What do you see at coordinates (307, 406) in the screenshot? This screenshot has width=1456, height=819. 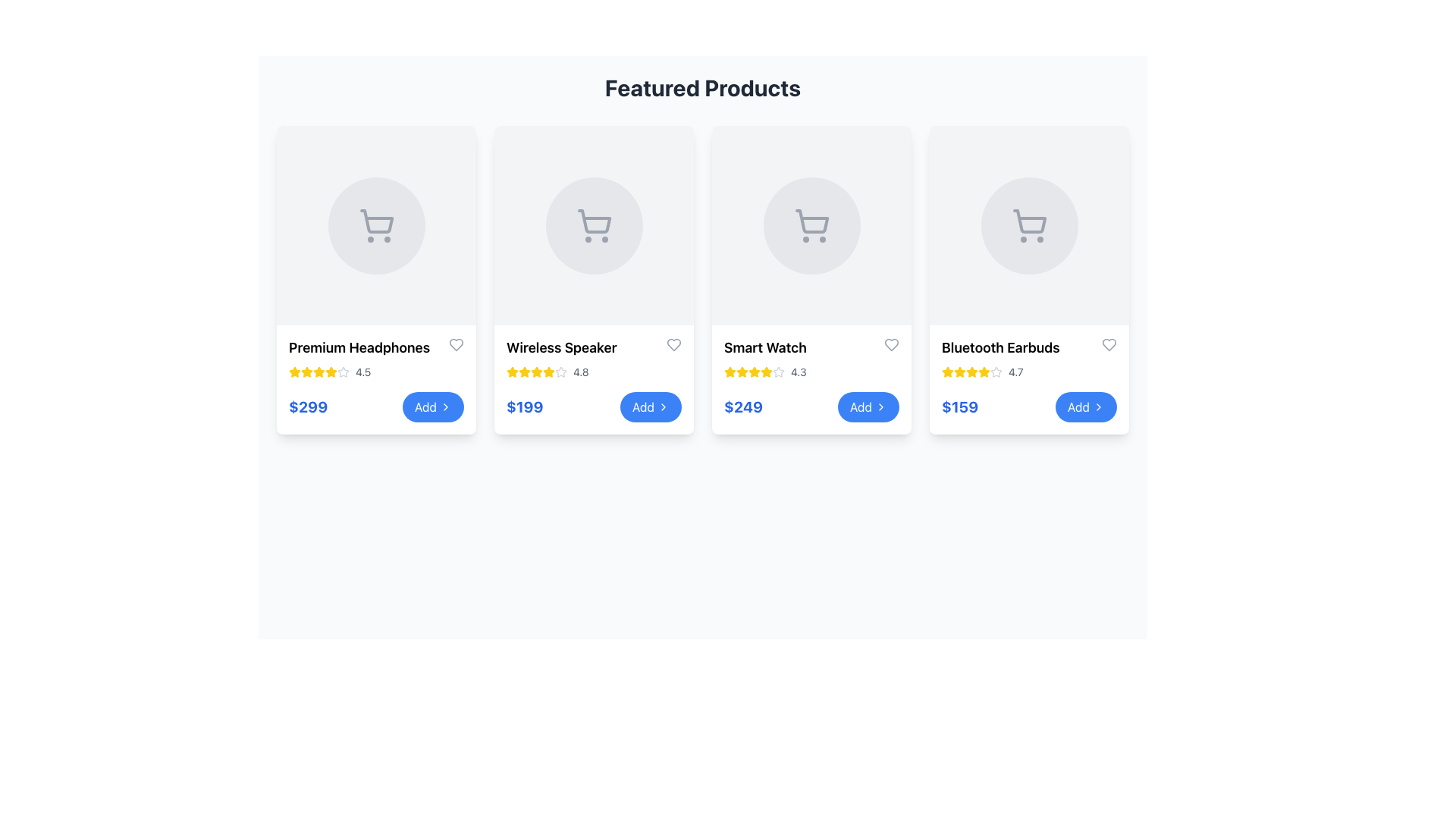 I see `the price label displaying '$299' for the 'Premium Headphones' product, located in the bottom-left corner of the card` at bounding box center [307, 406].